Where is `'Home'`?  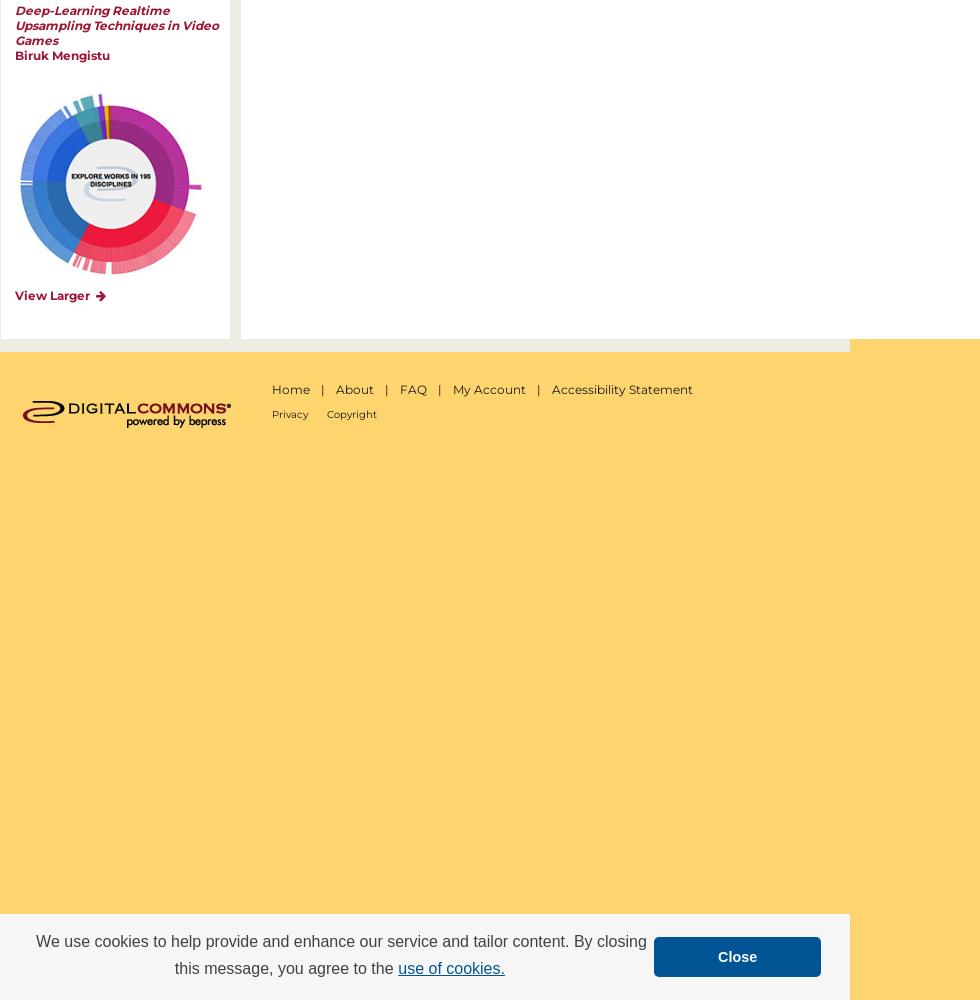 'Home' is located at coordinates (290, 389).